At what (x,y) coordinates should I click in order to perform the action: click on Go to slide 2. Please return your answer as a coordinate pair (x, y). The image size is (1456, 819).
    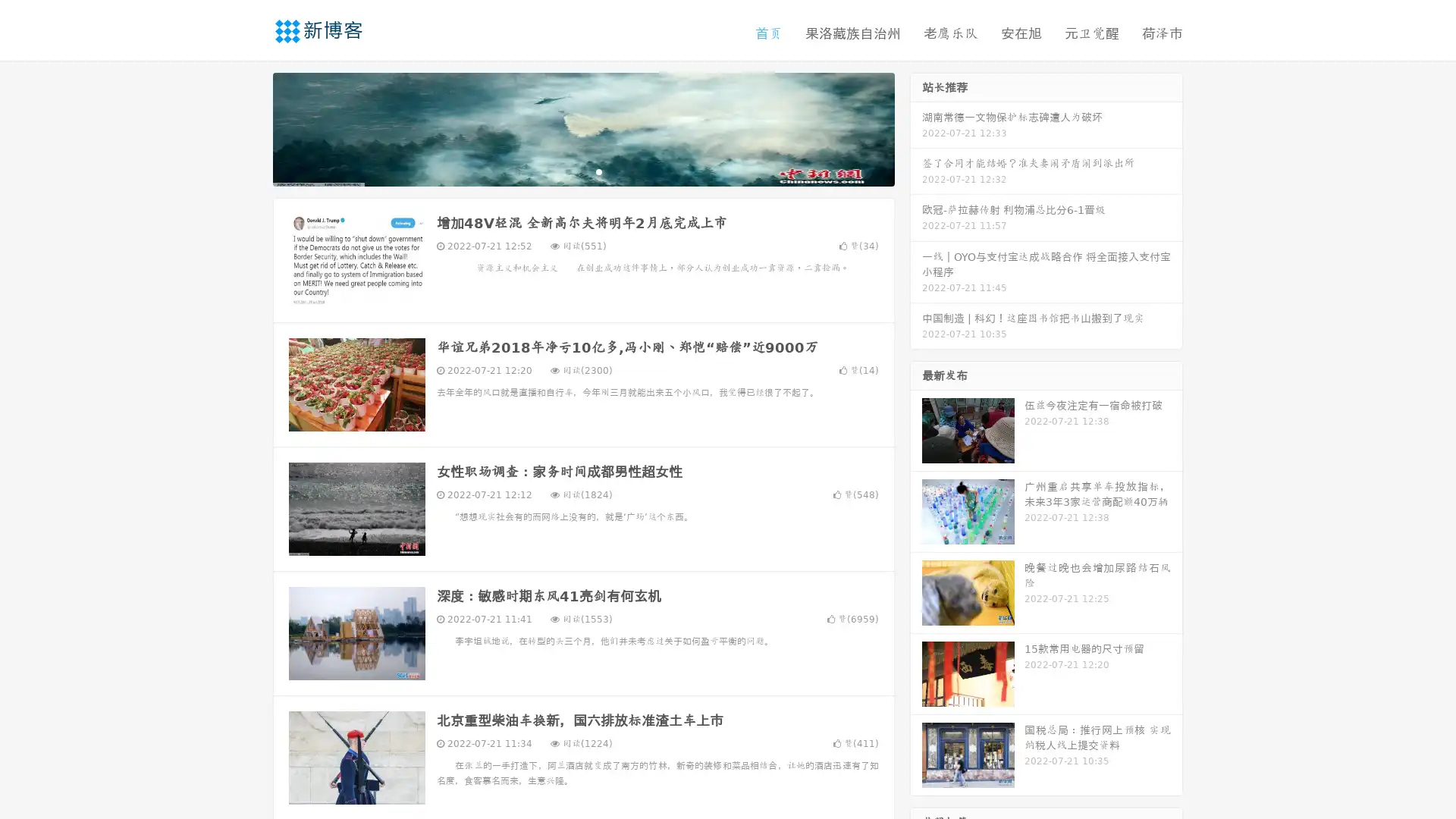
    Looking at the image, I should click on (582, 171).